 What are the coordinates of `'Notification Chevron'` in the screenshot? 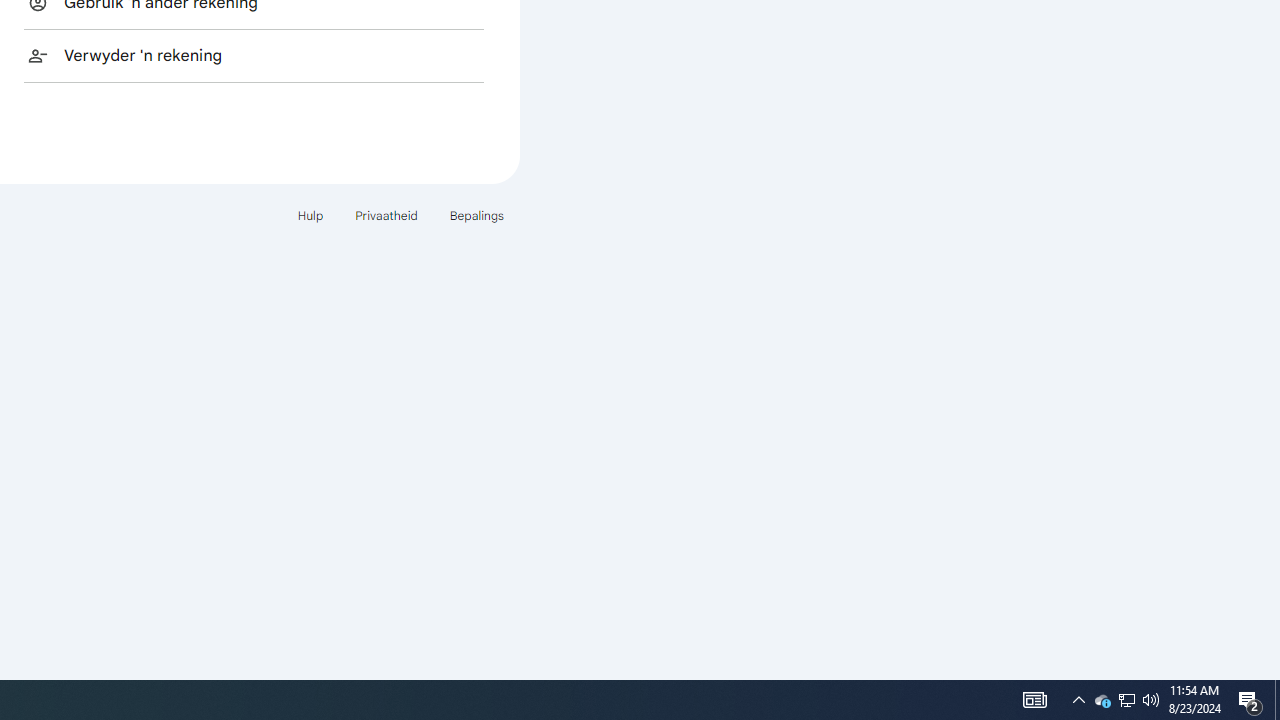 It's located at (1078, 698).